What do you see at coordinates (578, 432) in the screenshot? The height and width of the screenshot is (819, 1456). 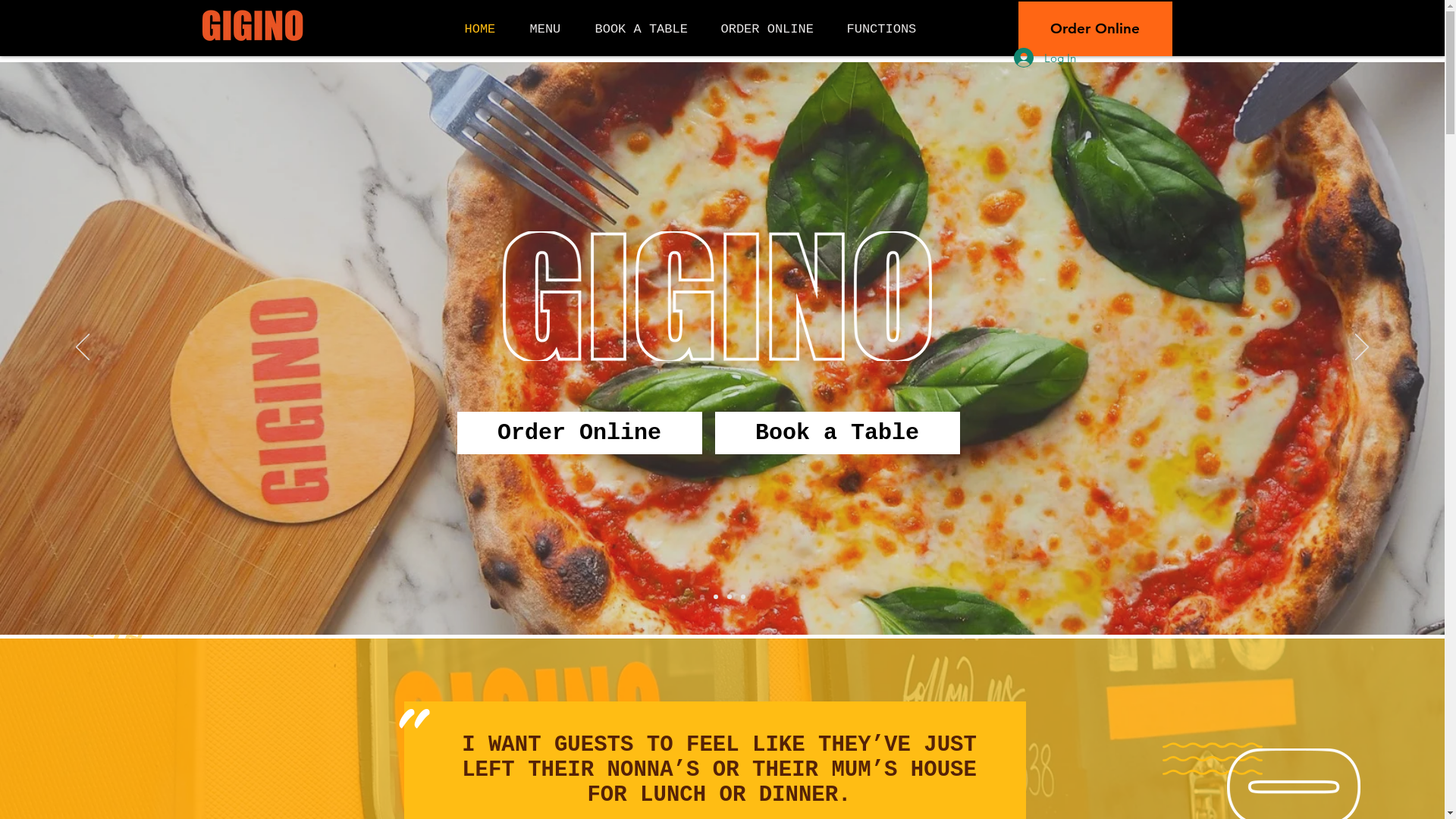 I see `'Order Online'` at bounding box center [578, 432].